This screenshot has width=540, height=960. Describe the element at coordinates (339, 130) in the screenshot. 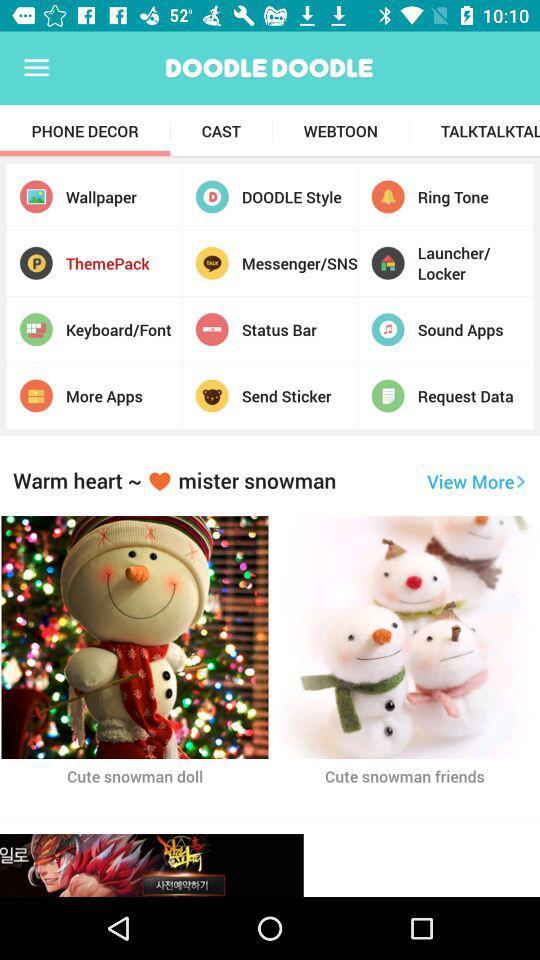

I see `icon next to the cast app` at that location.